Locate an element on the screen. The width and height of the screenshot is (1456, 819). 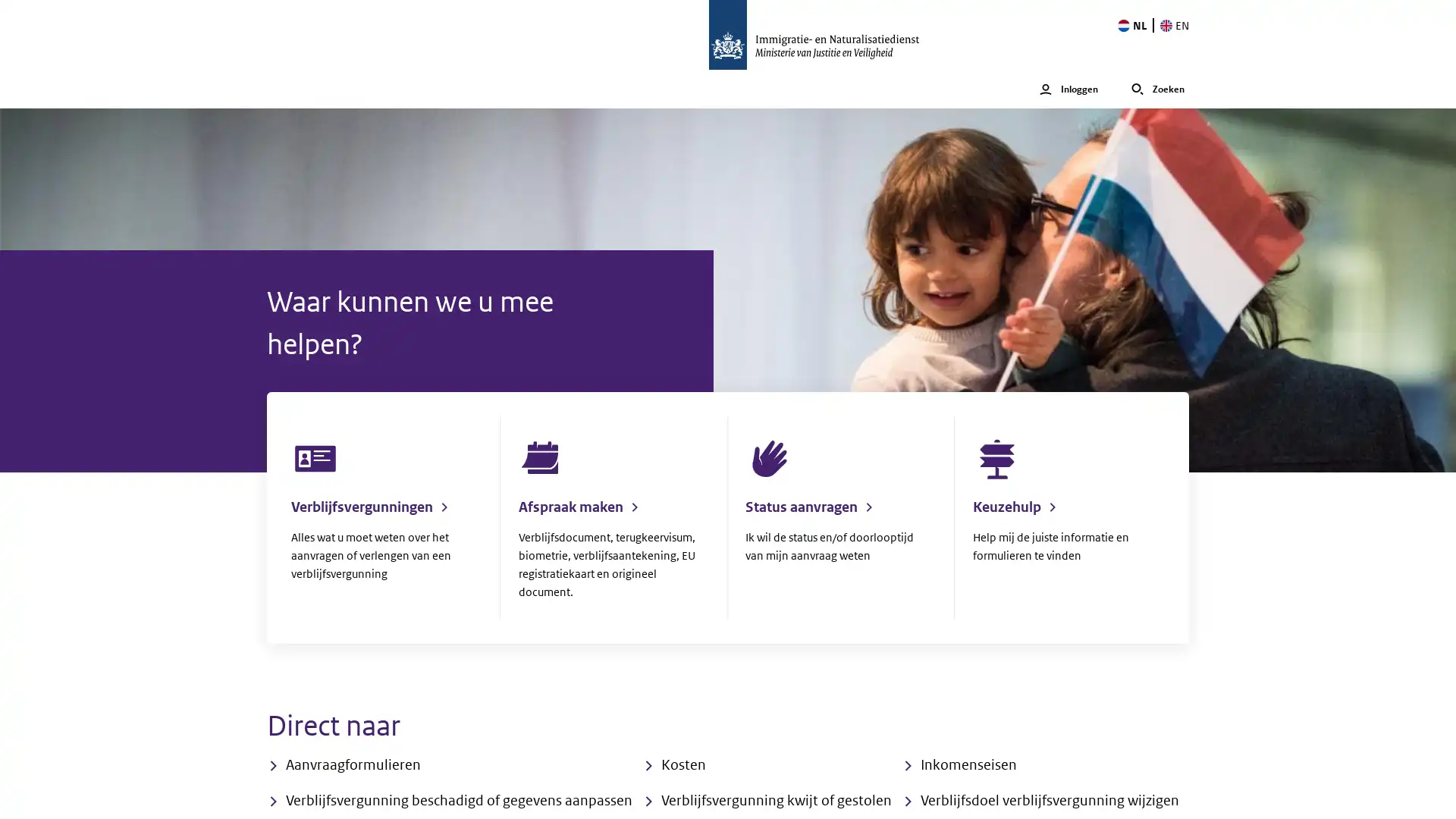
1 Zoeken is located at coordinates (1156, 89).